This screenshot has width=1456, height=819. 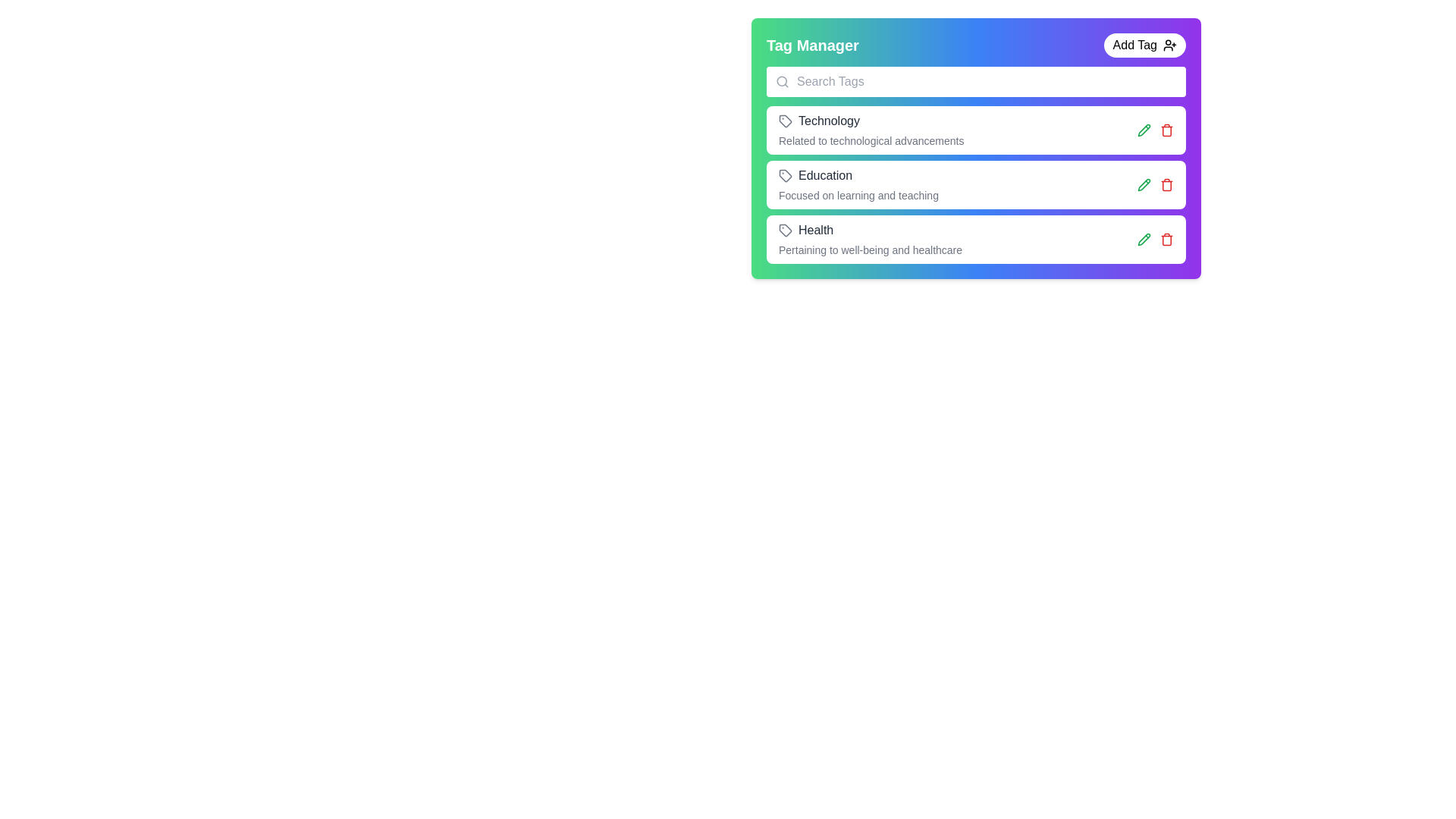 What do you see at coordinates (1144, 45) in the screenshot?
I see `the 'Add Tag' button located on the right side of the 'Tag Manager' heading` at bounding box center [1144, 45].